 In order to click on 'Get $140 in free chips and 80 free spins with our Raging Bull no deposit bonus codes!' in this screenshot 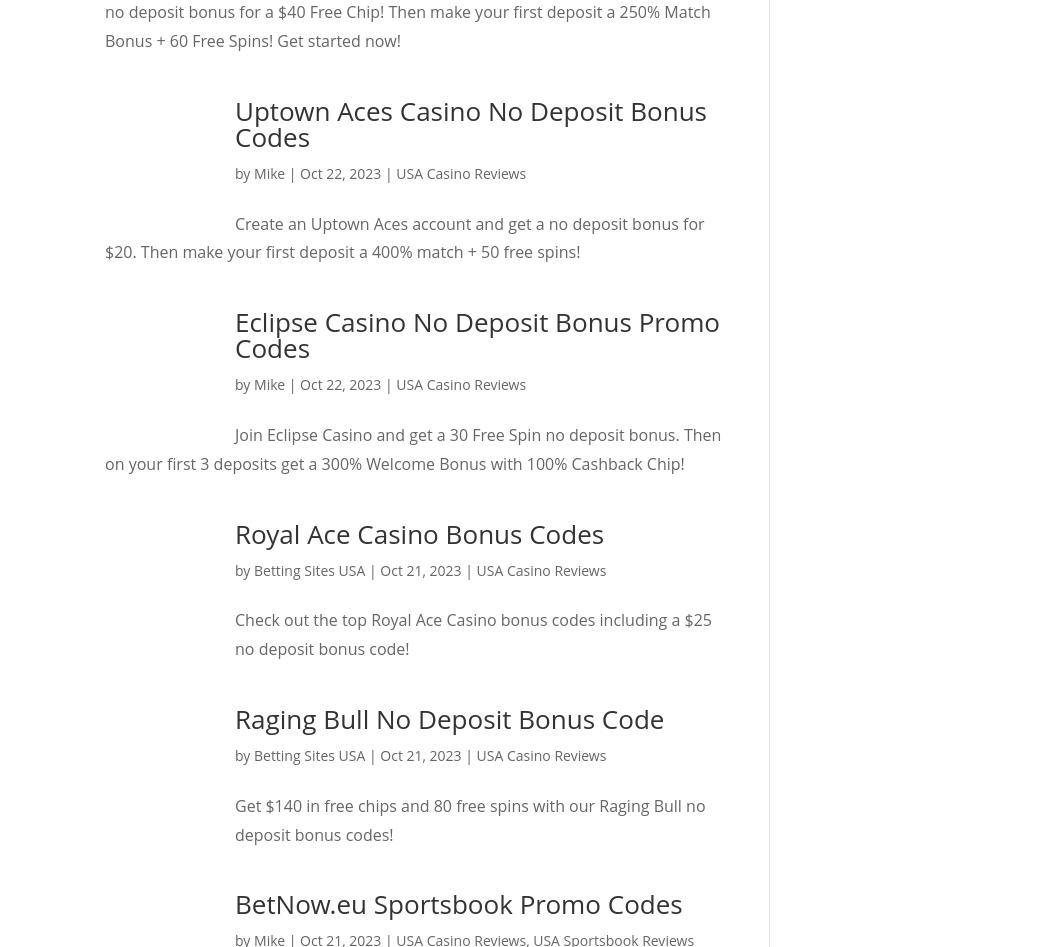, I will do `click(469, 819)`.